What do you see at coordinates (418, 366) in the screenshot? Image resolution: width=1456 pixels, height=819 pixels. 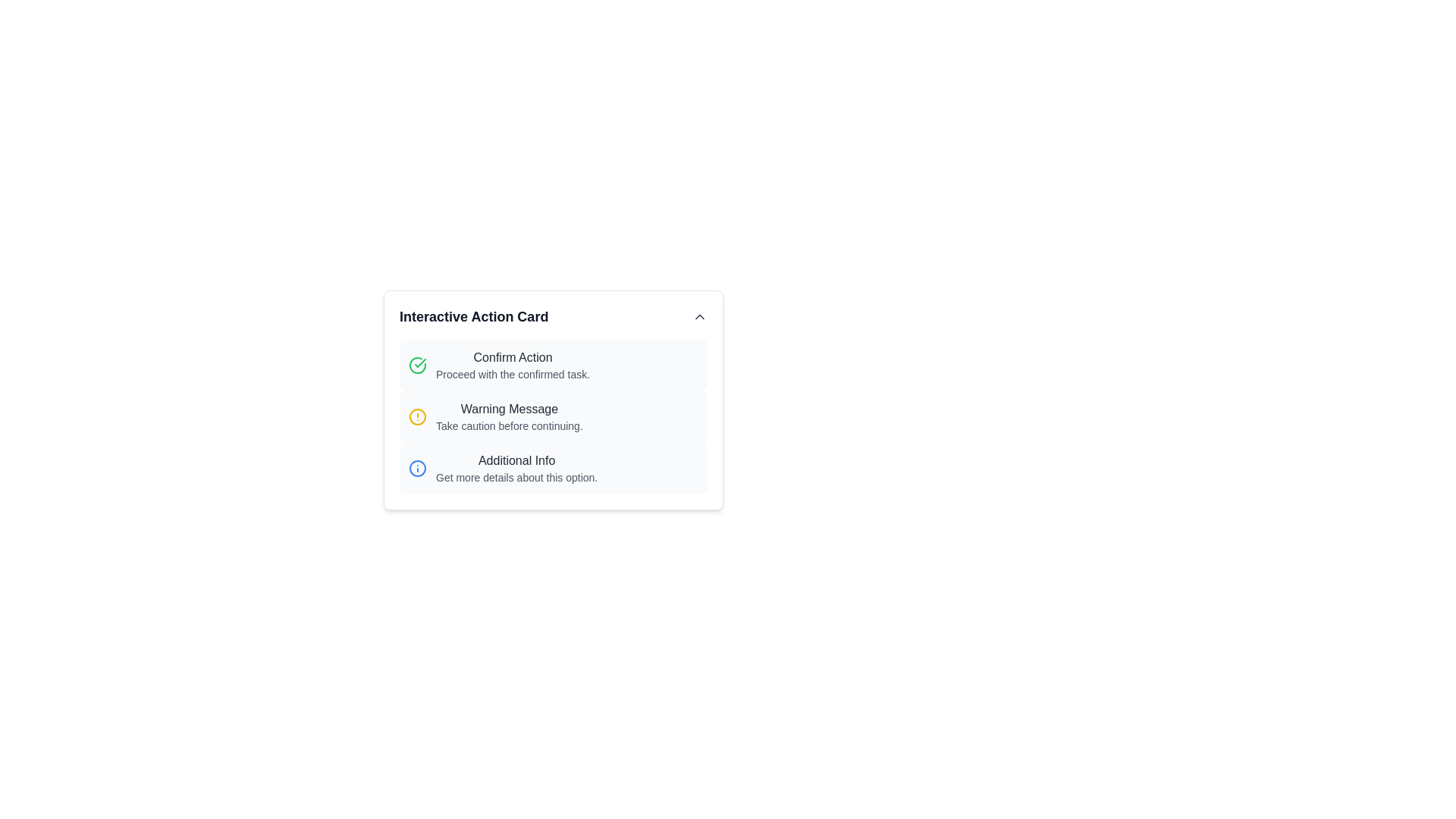 I see `the graphical style of the surrounding circle element of the checkmark icon within the 'Interactive Action Card' in the upper section of the interface` at bounding box center [418, 366].